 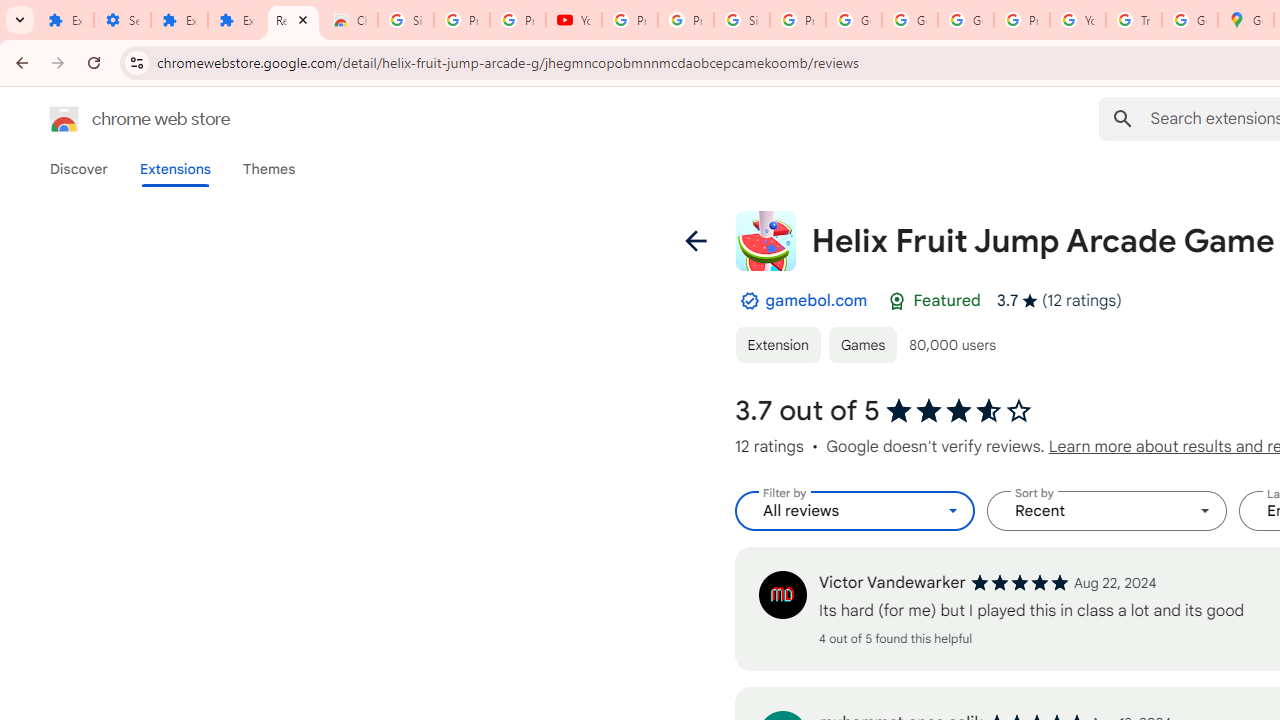 What do you see at coordinates (1019, 582) in the screenshot?
I see `'5 out of 5 stars'` at bounding box center [1019, 582].